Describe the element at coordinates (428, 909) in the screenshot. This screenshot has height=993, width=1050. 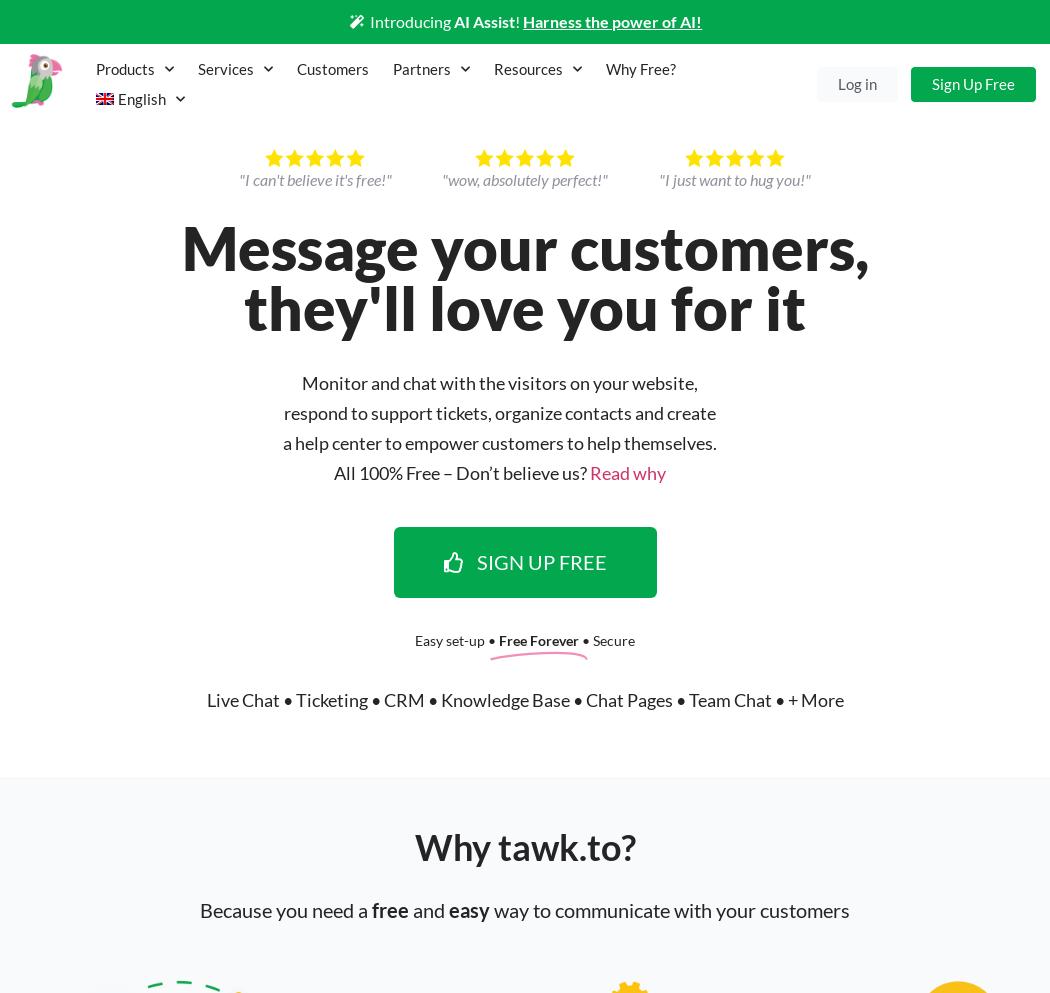
I see `'and'` at that location.